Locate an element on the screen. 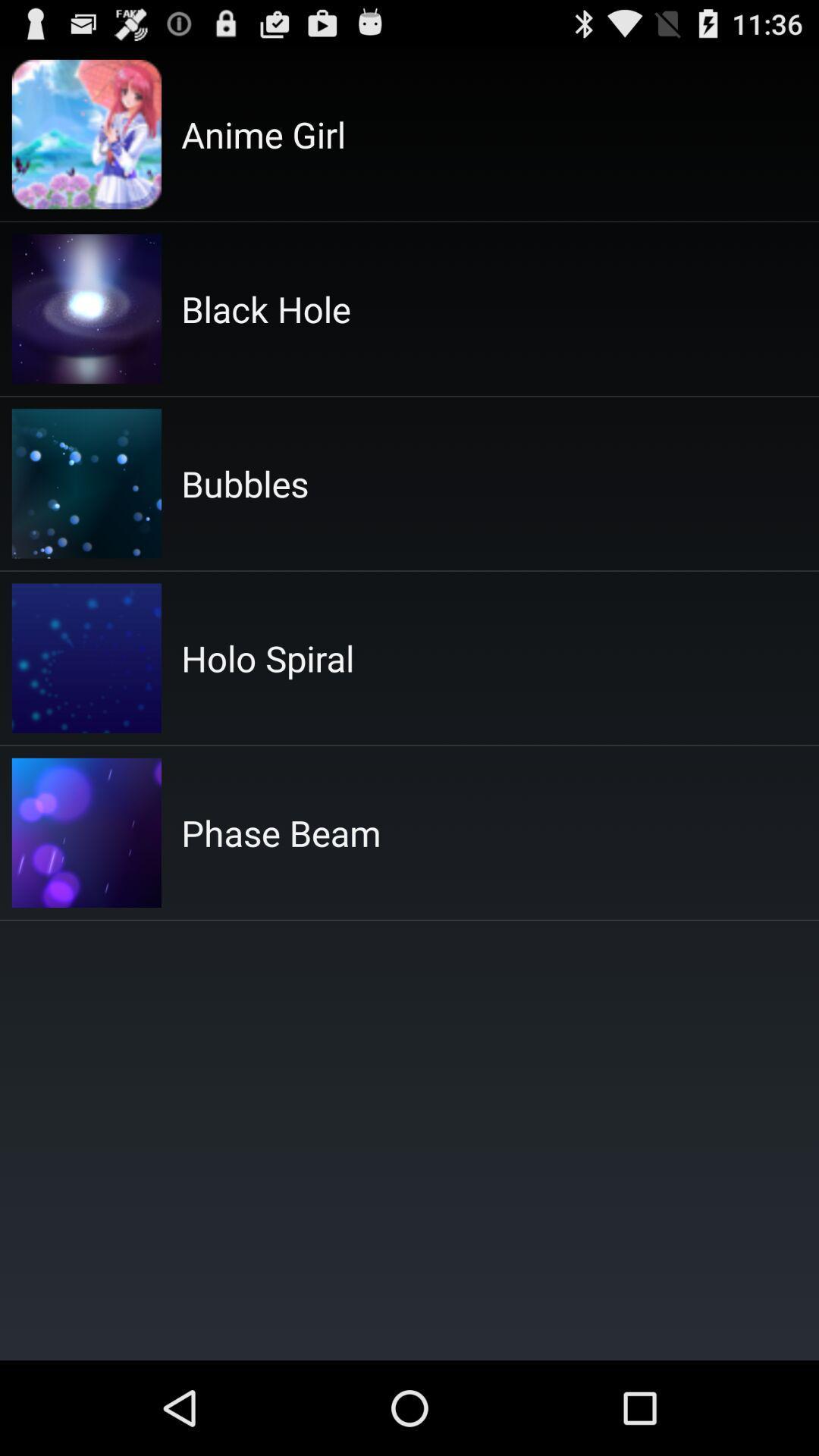  the holo spiral app is located at coordinates (267, 658).